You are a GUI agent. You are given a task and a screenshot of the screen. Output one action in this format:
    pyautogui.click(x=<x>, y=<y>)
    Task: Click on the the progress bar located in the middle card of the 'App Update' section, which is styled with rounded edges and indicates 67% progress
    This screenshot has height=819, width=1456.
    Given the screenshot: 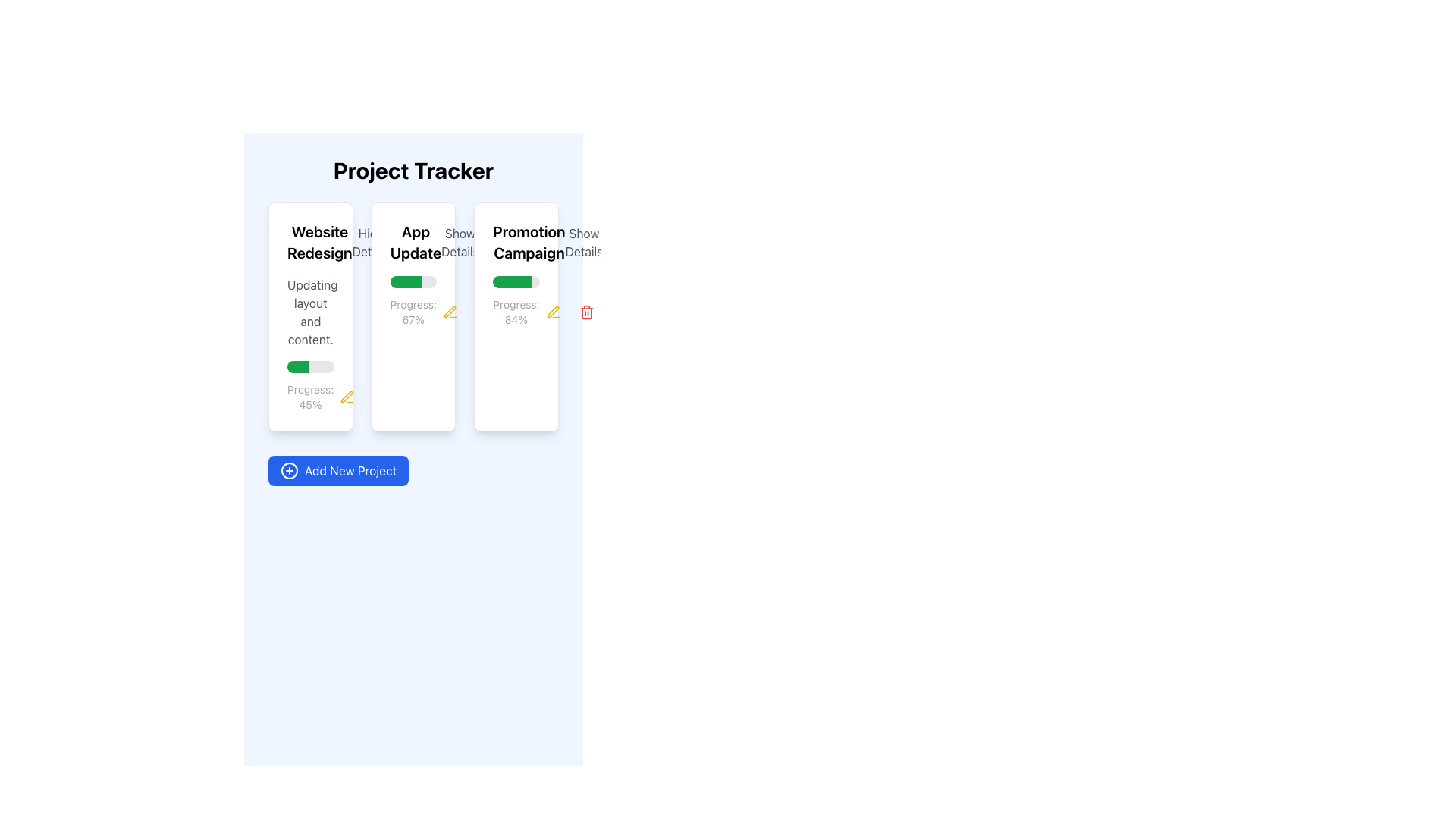 What is the action you would take?
    pyautogui.click(x=413, y=281)
    